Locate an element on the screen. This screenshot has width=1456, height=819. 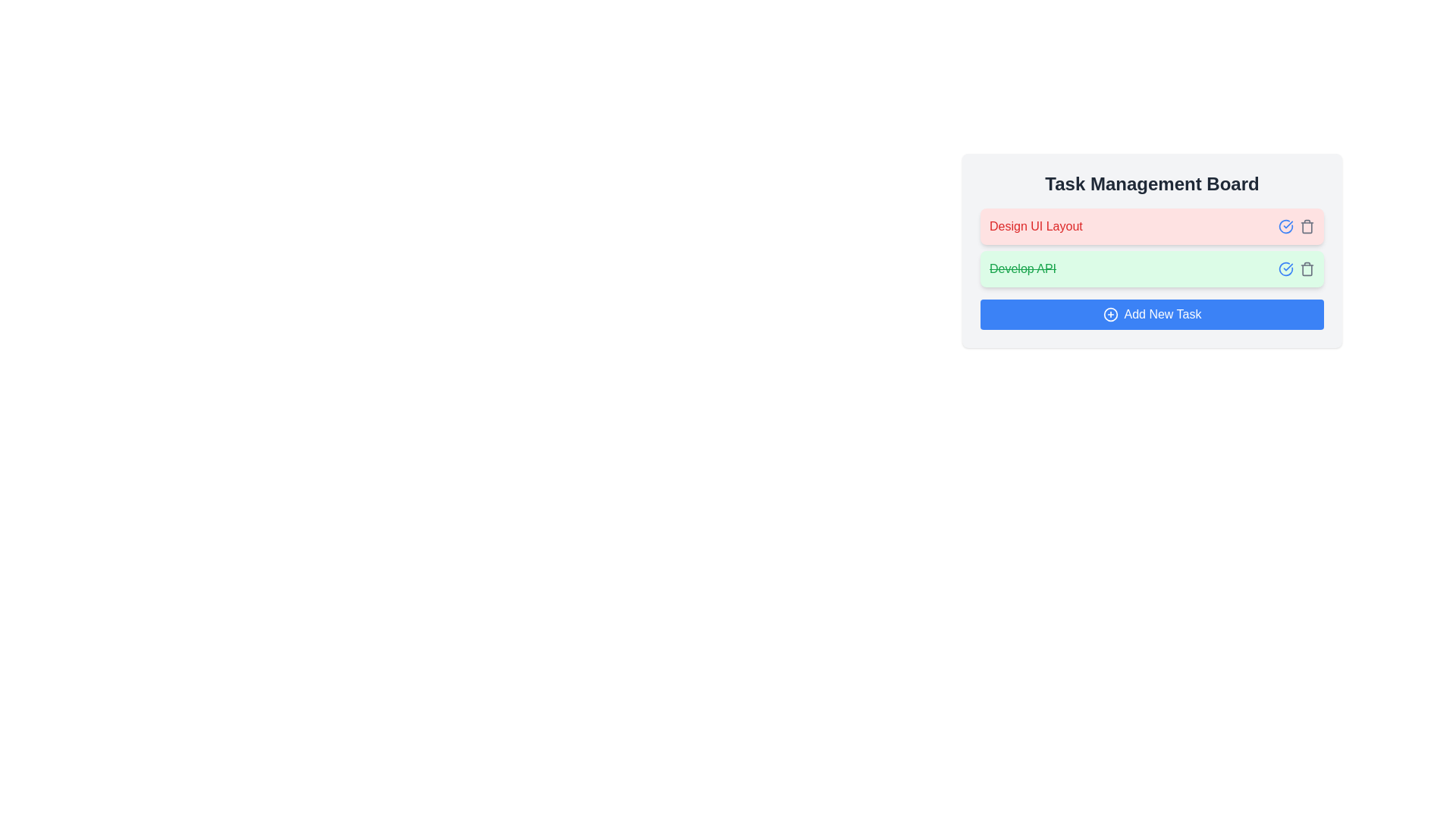
the completed task item labeled 'Develop API' with a green background to mark it as incomplete or to edit the task is located at coordinates (1152, 268).